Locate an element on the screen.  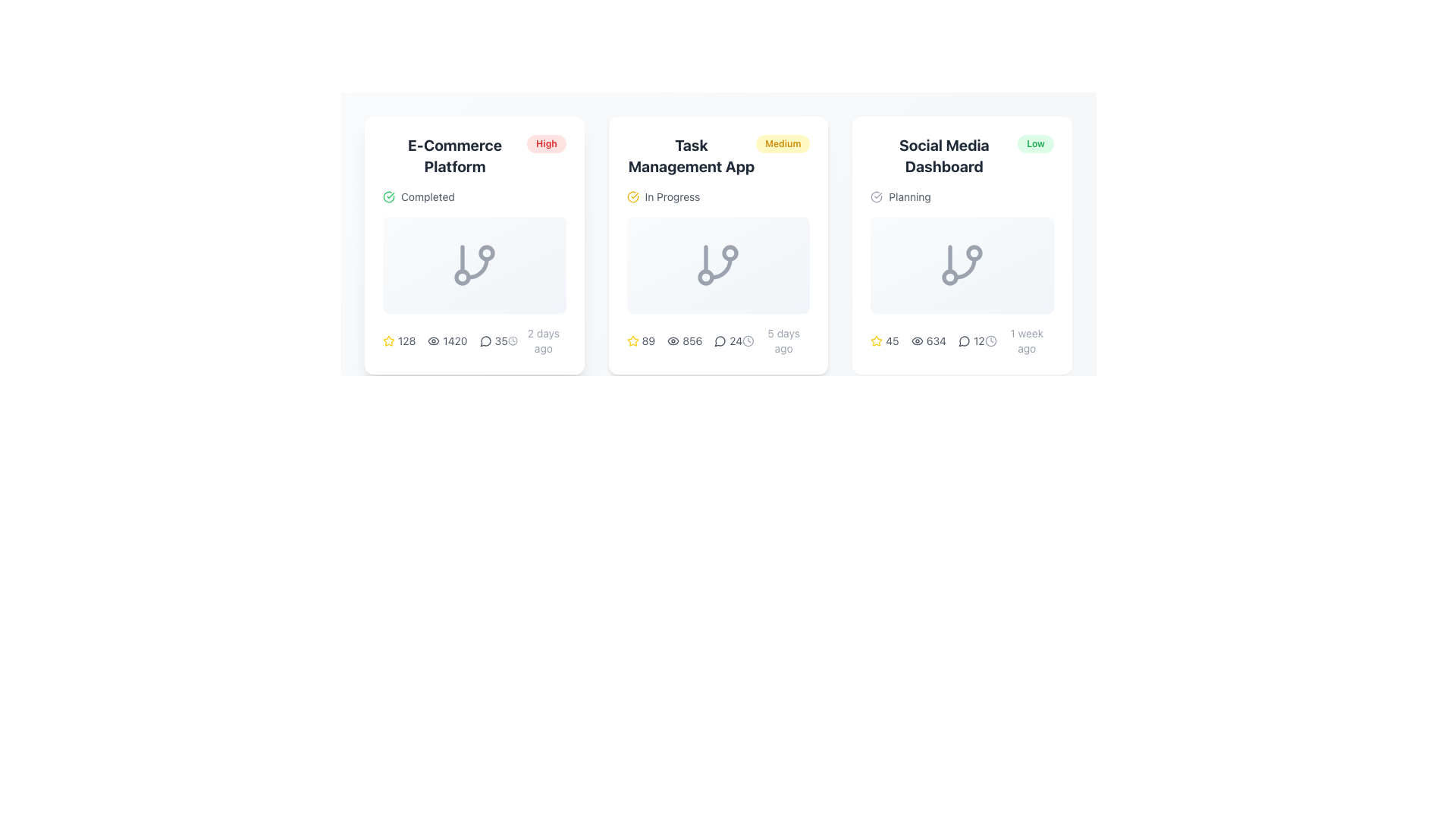
the Informational display section located at the bottom of the 'E-Commerce Platform' card is located at coordinates (473, 341).